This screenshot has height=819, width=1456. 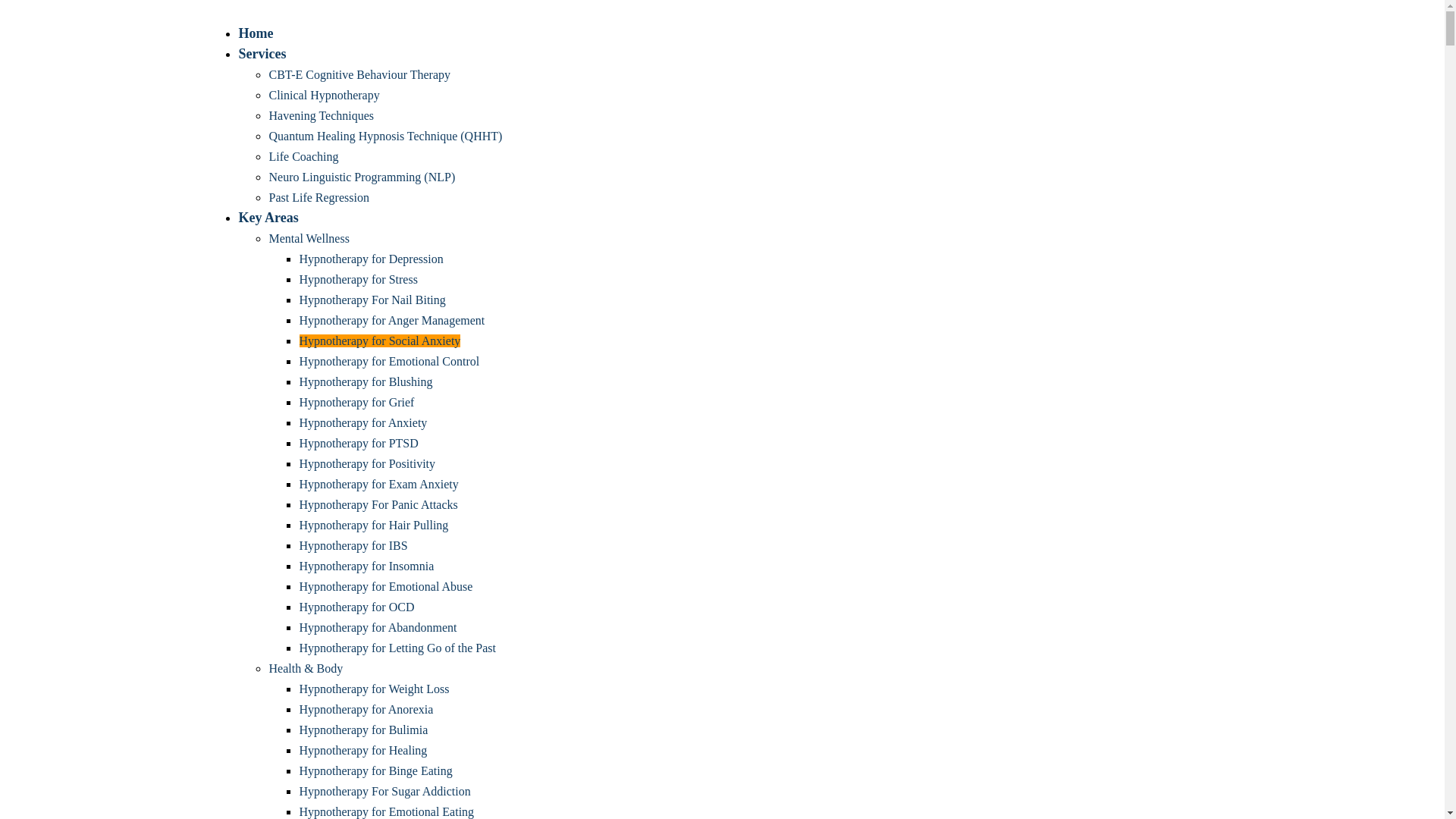 I want to click on 'Hypnotherapy For Nail Biting', so click(x=372, y=300).